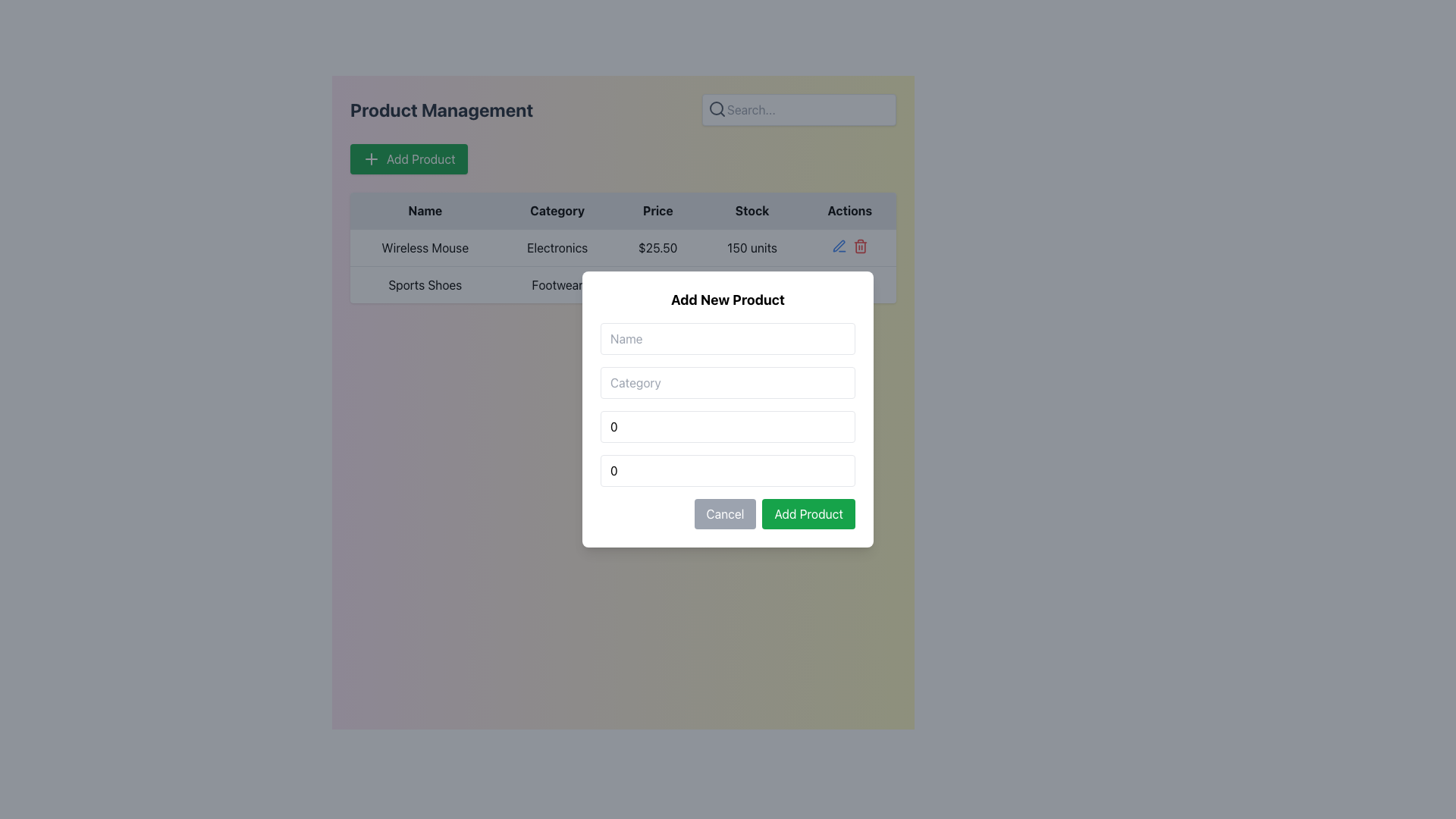  I want to click on the text header that displays 'Add New Product', which is centered at the top of the modal card, so click(728, 300).